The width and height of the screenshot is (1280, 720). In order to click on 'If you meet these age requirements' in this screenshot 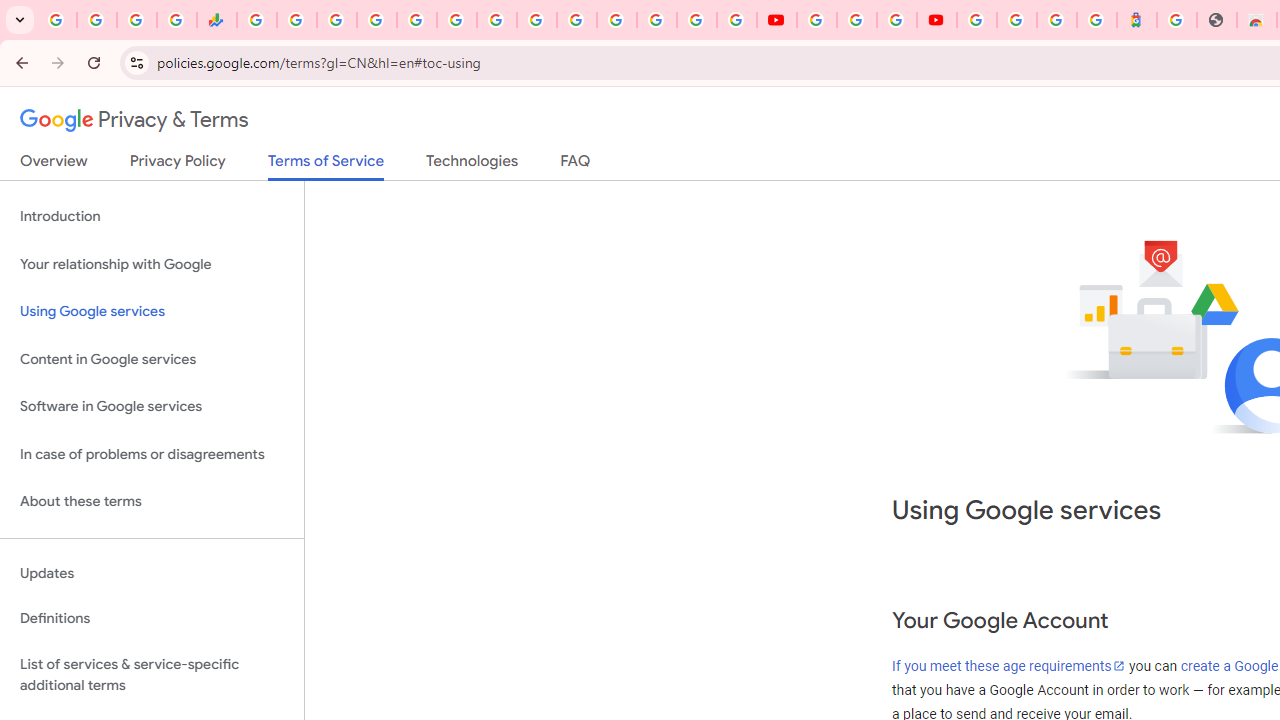, I will do `click(1009, 666)`.